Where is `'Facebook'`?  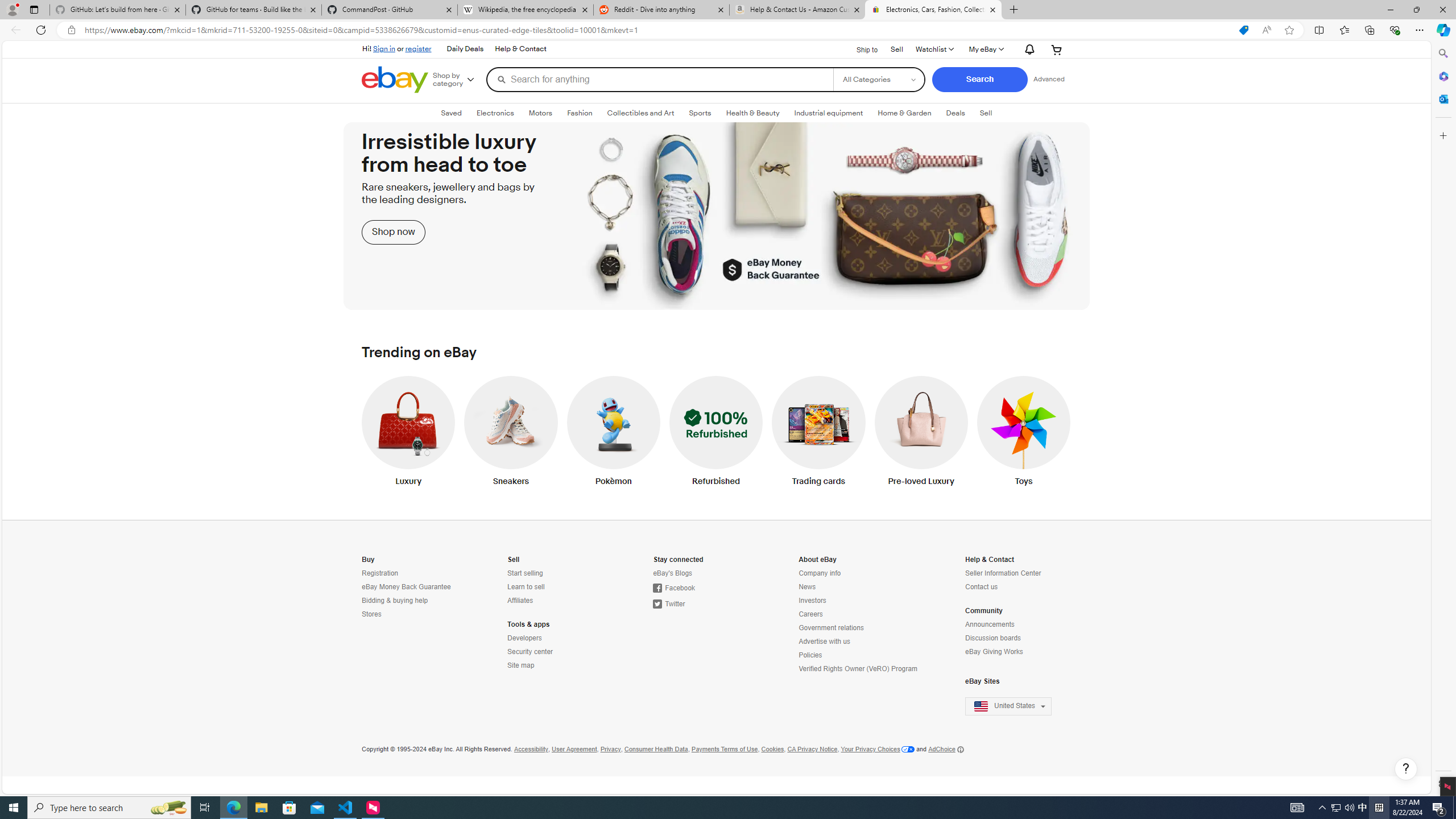
'Facebook' is located at coordinates (673, 588).